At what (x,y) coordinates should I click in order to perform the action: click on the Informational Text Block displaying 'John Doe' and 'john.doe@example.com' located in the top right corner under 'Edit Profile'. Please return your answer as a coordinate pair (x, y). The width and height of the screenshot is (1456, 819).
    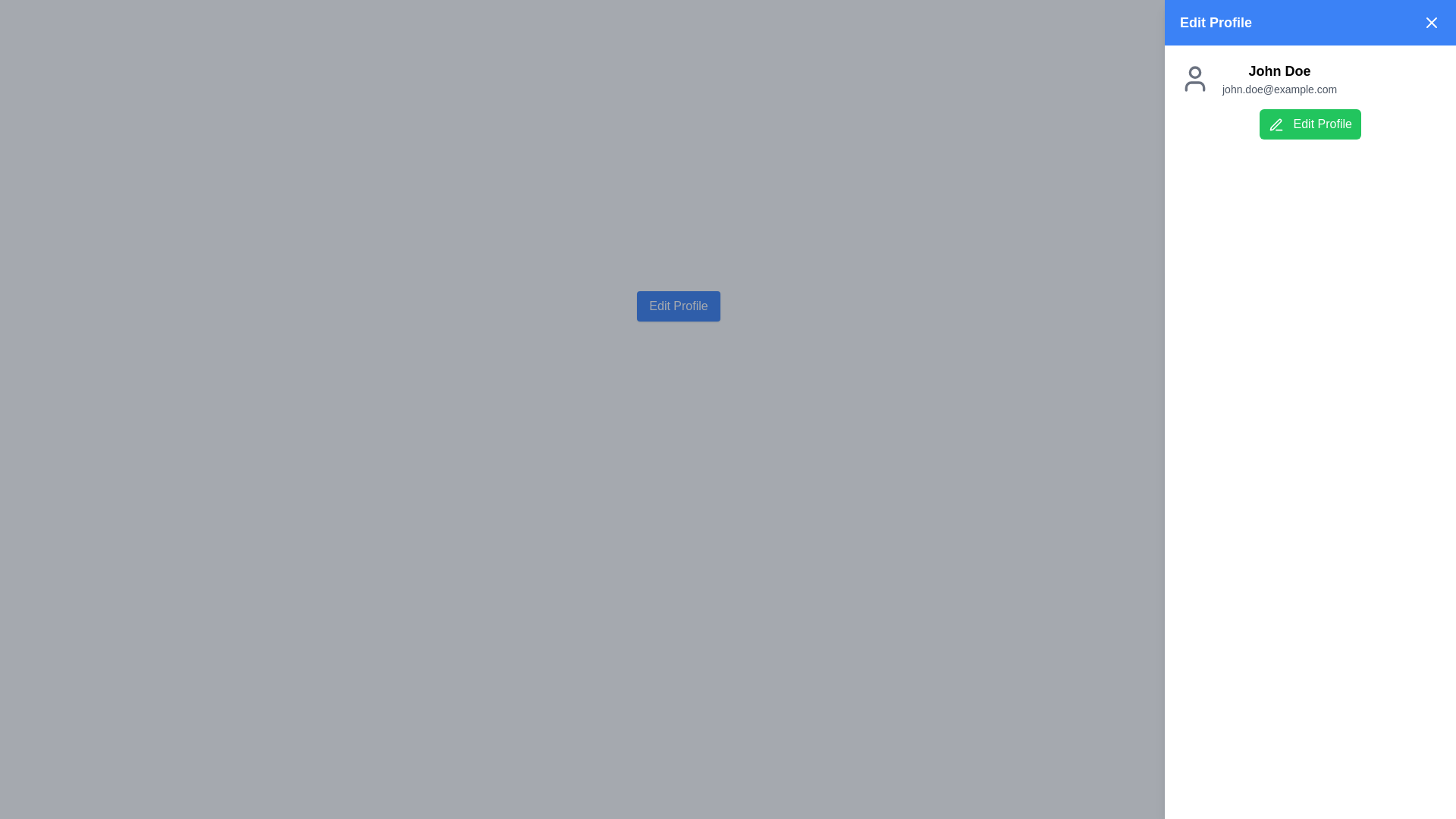
    Looking at the image, I should click on (1279, 79).